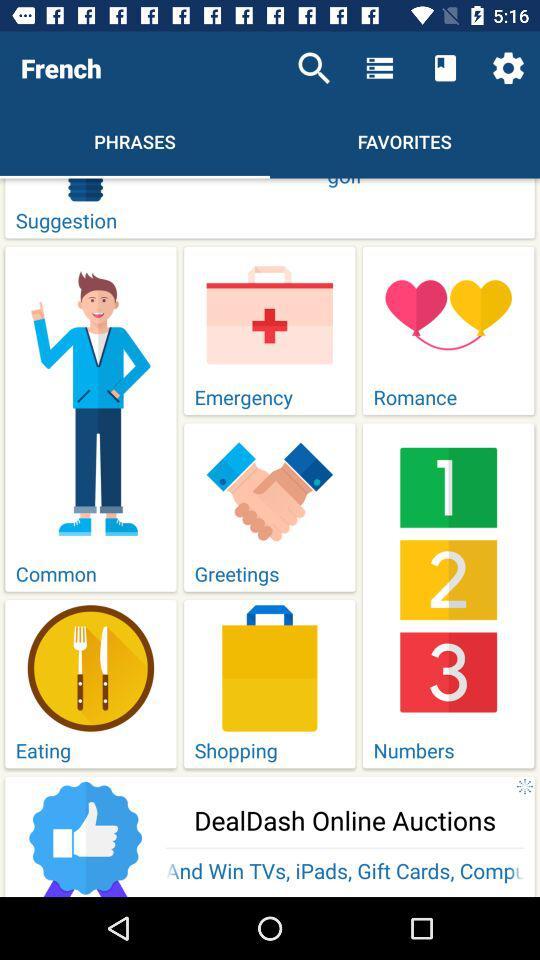 The width and height of the screenshot is (540, 960). I want to click on the icon next to the french, so click(314, 68).